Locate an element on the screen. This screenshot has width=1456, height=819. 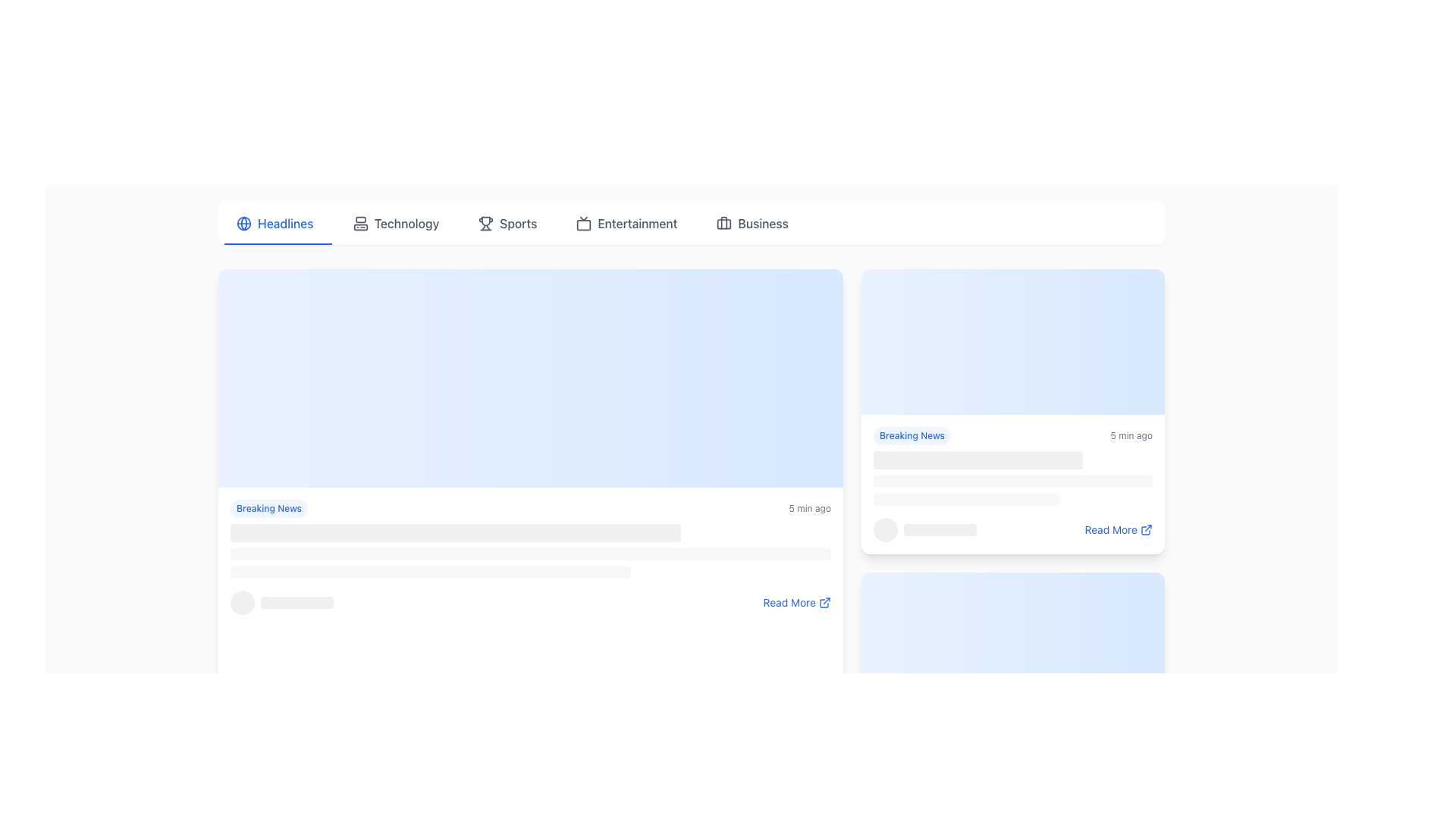
the hyperlink located at the bottom-right corner of the card layout is located at coordinates (796, 601).